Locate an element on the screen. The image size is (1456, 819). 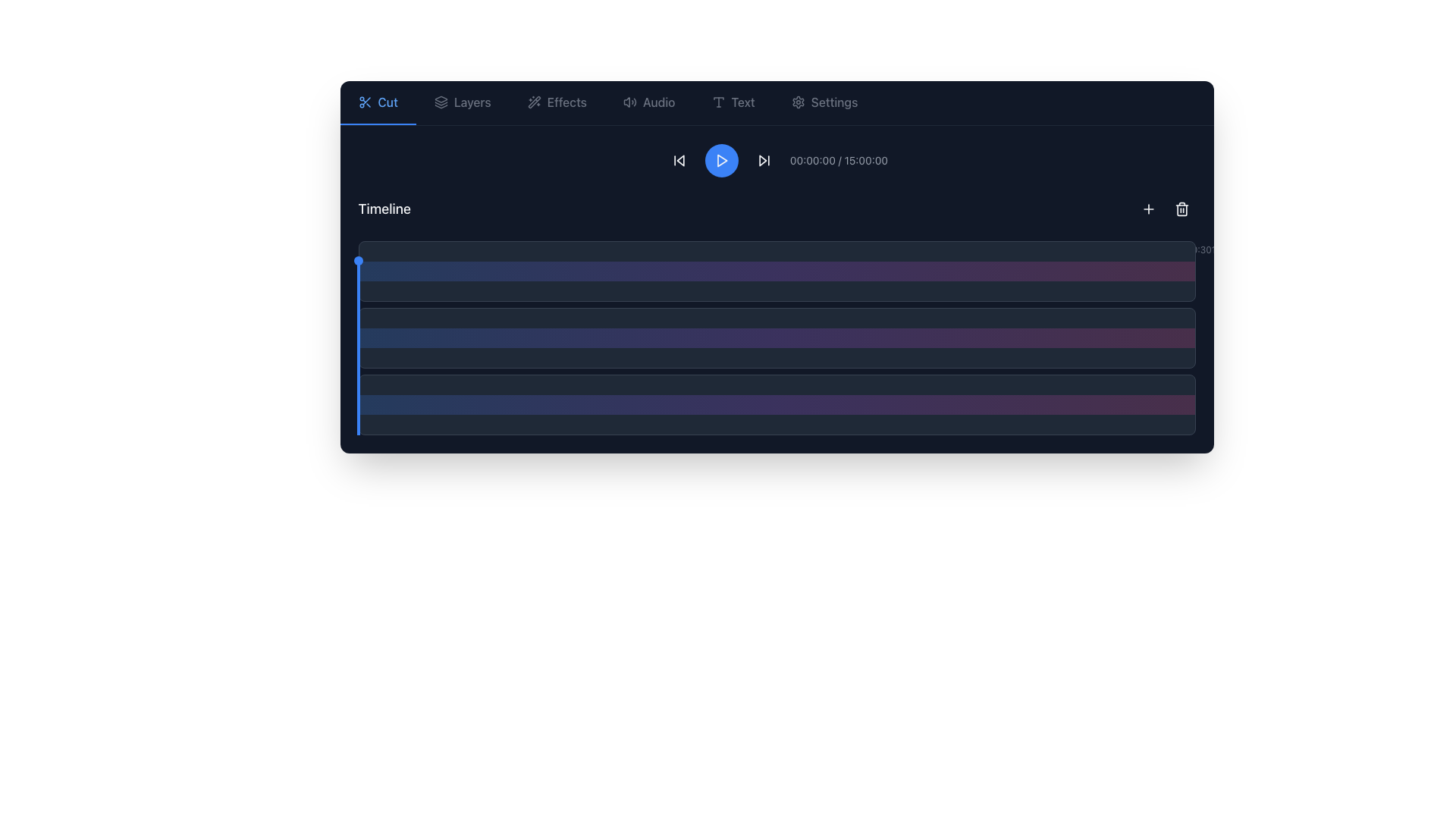
the 'Cut' icon located at the top-left corner of the interface is located at coordinates (365, 102).